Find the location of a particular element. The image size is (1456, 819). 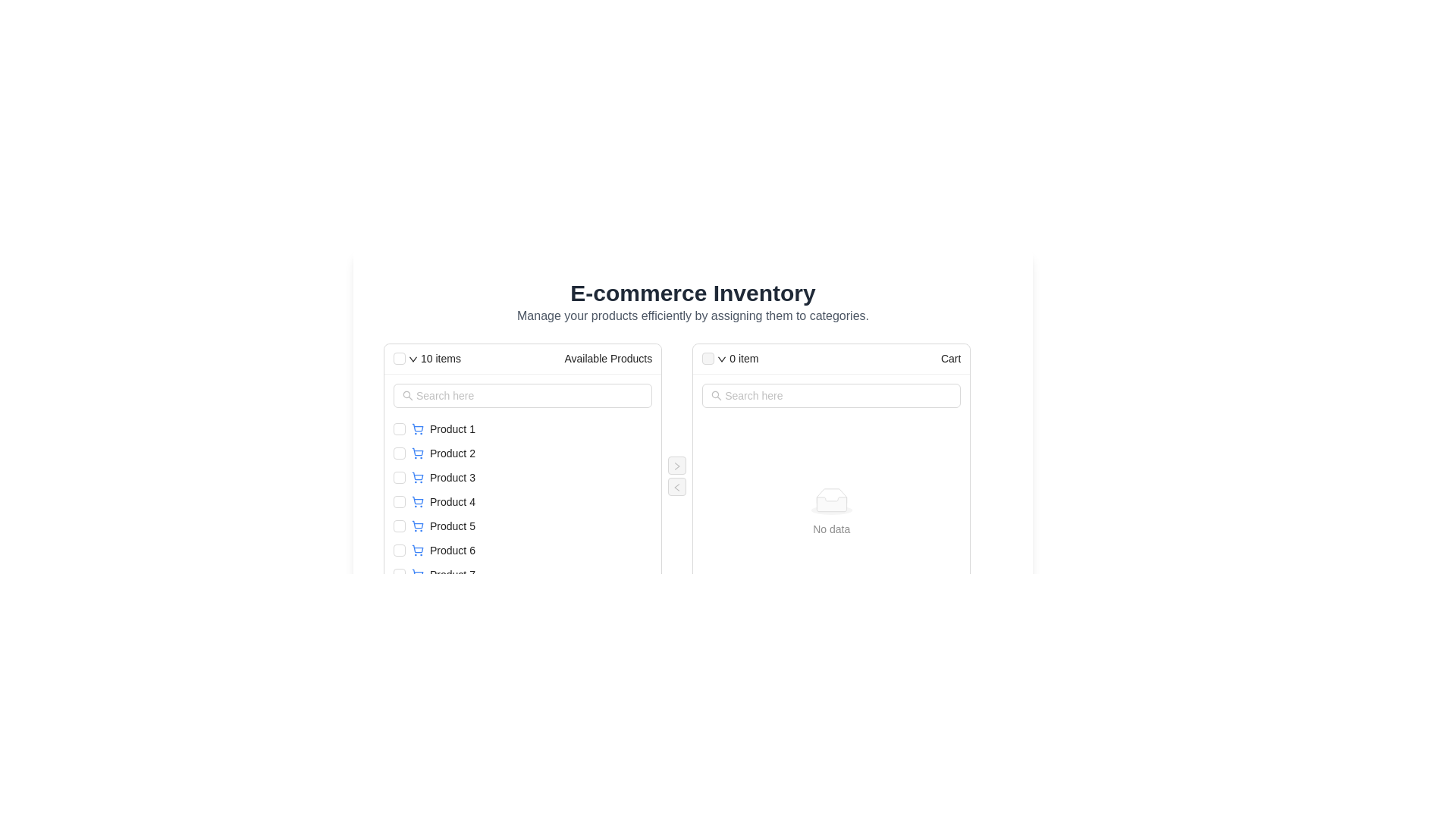

the small square button with a left arrow icon to transfer items from the cart to available products, located centrally between the 'Available Products' and 'Cart' sections is located at coordinates (676, 486).